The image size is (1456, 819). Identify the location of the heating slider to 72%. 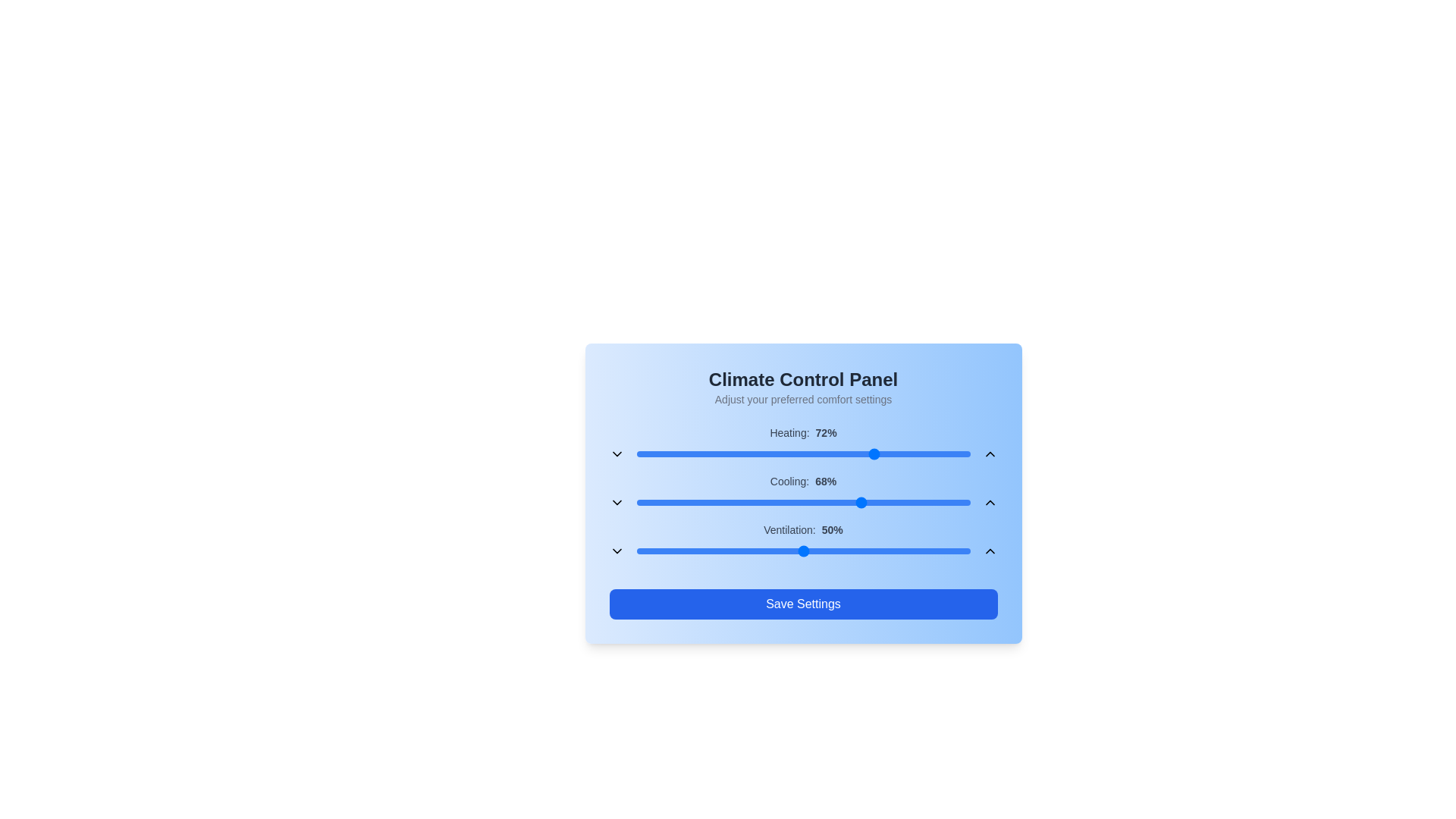
(877, 453).